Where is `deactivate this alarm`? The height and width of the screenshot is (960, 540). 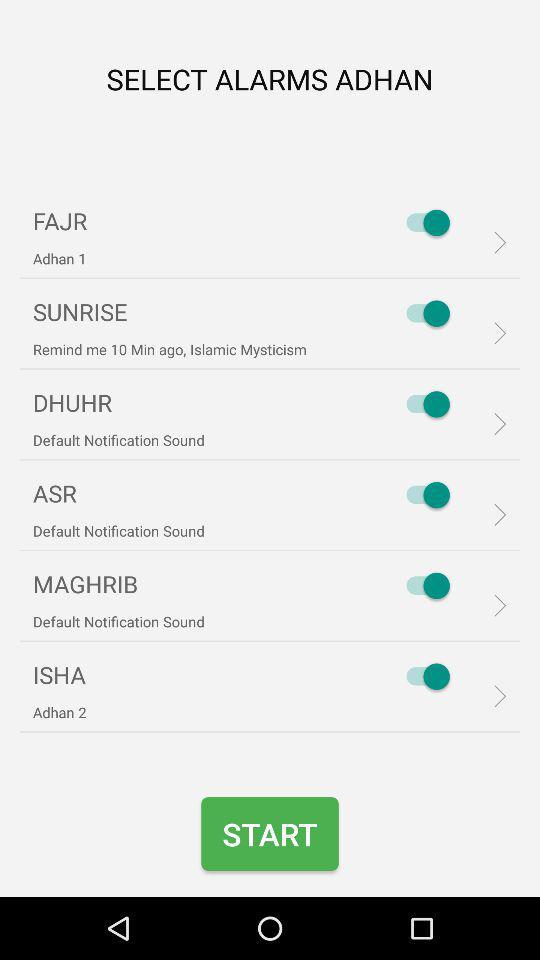
deactivate this alarm is located at coordinates (422, 222).